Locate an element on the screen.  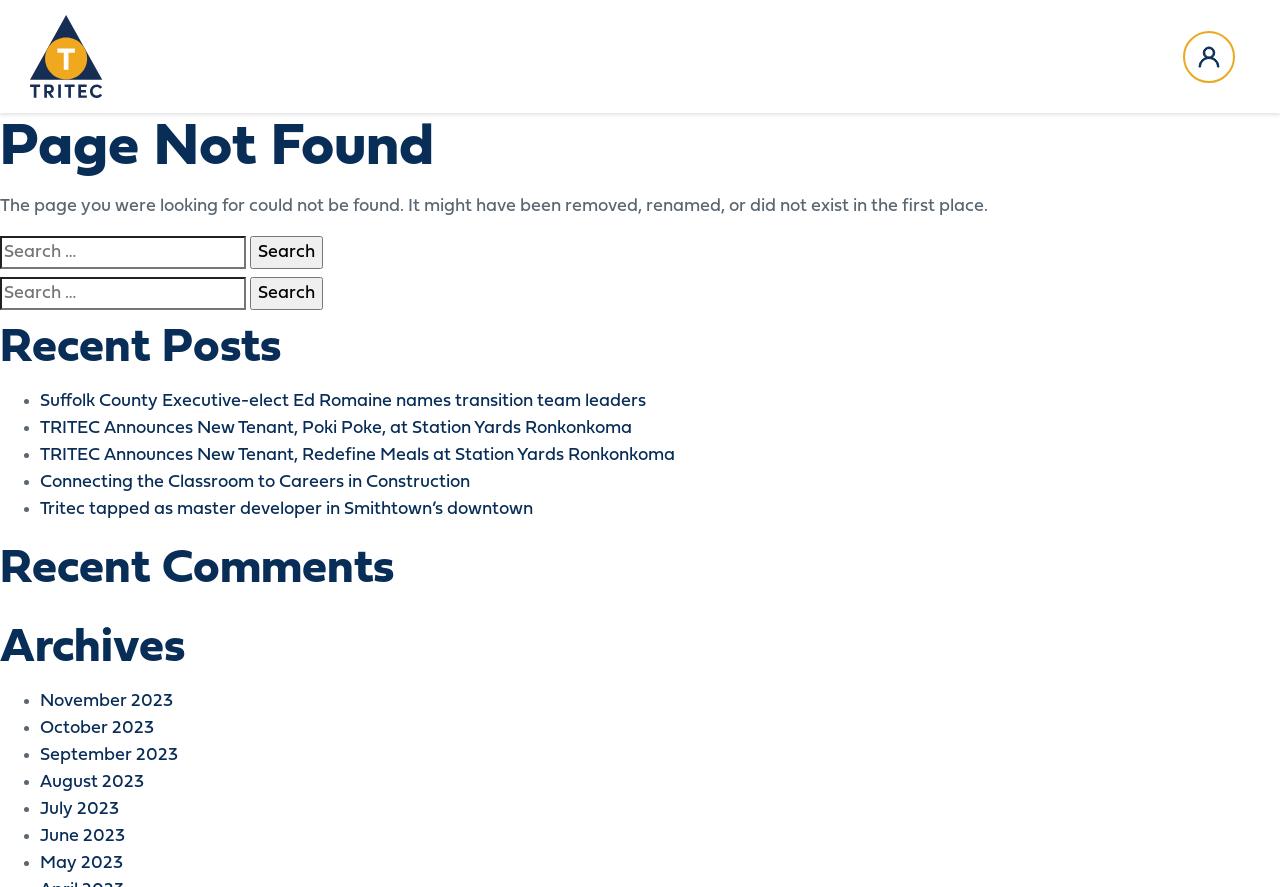
'Page Not Found' is located at coordinates (216, 148).